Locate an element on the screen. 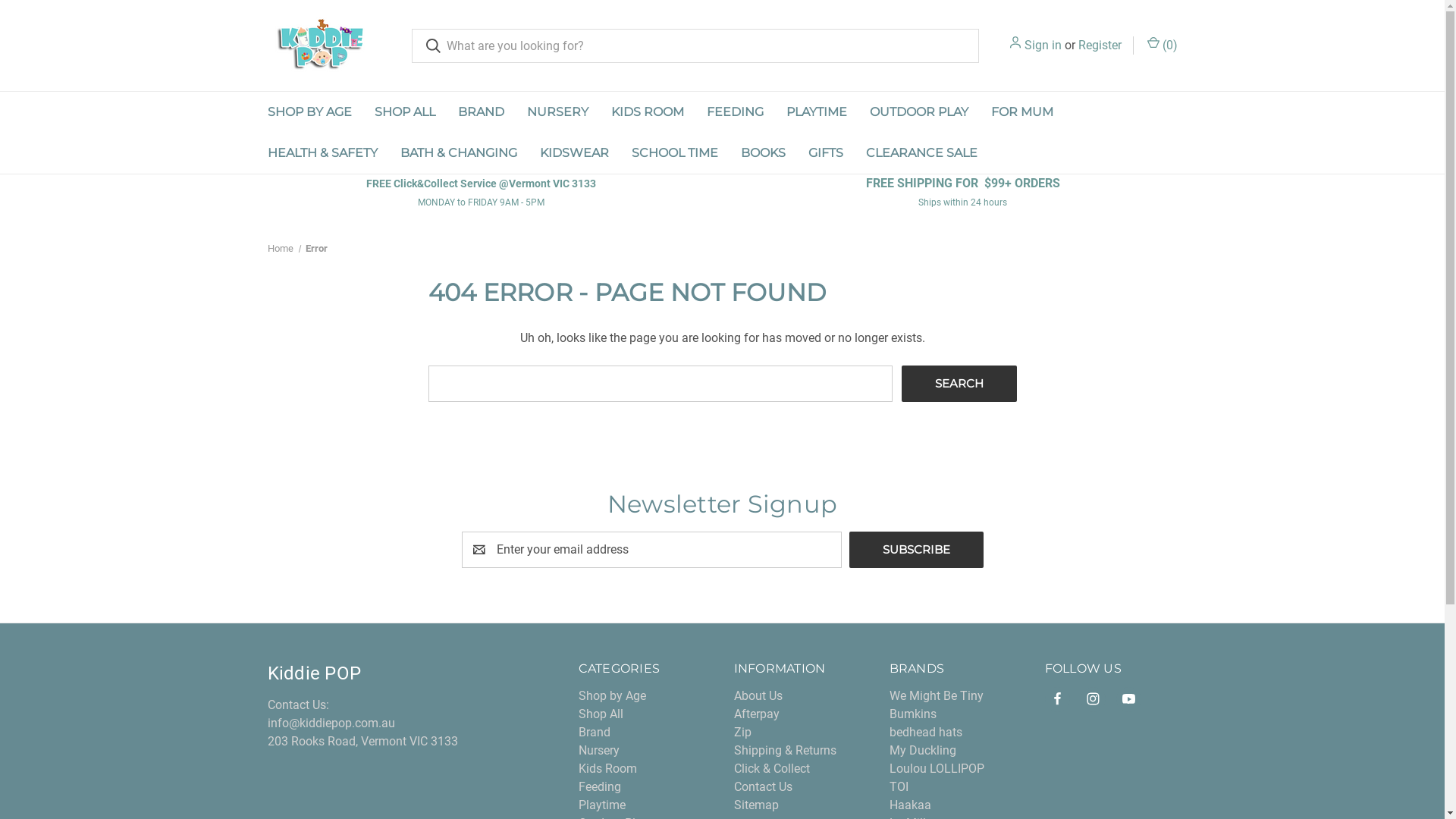 This screenshot has height=819, width=1456. 'Zip' is located at coordinates (742, 731).